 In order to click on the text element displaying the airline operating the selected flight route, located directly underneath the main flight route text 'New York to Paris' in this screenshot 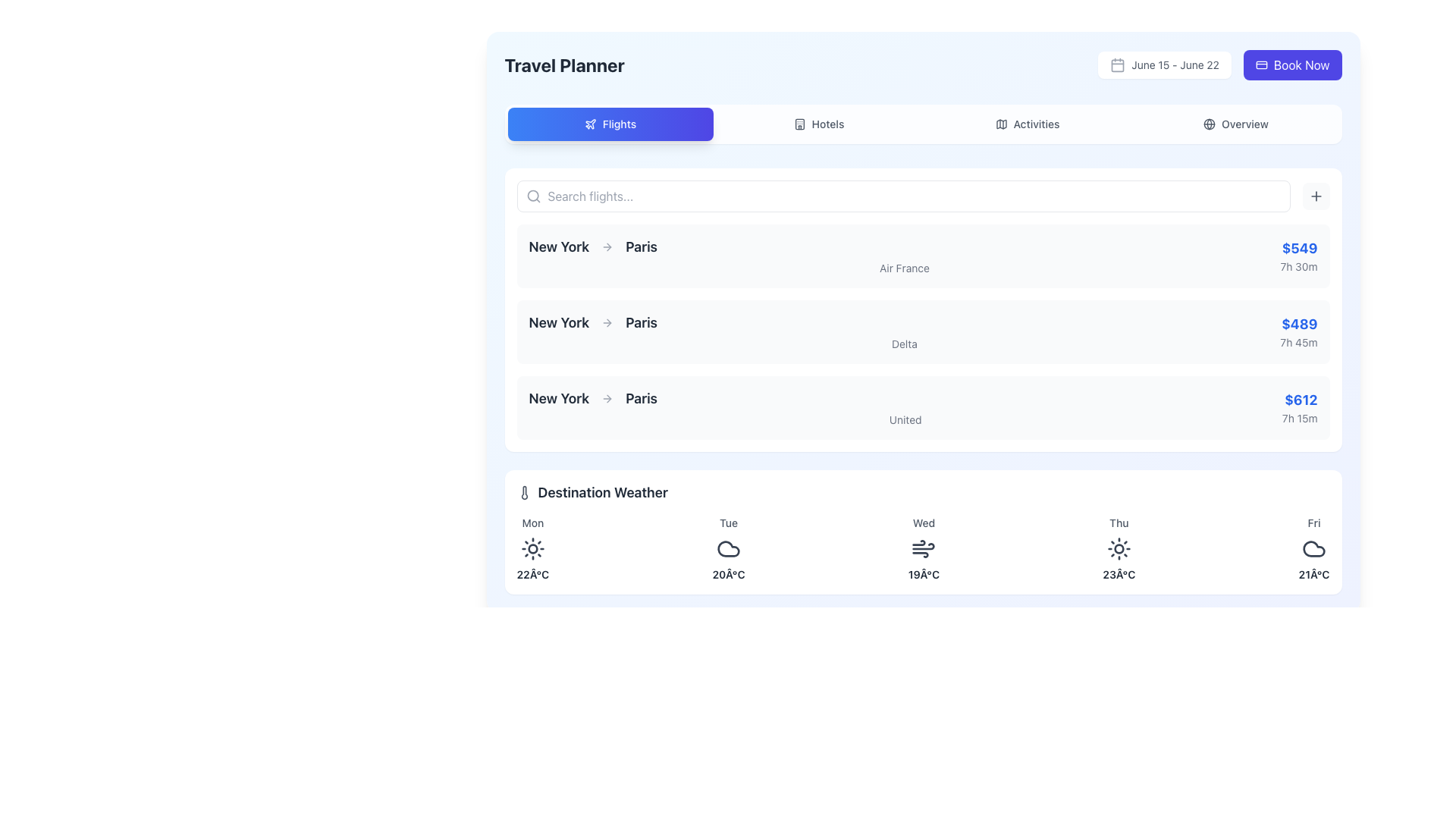, I will do `click(904, 268)`.